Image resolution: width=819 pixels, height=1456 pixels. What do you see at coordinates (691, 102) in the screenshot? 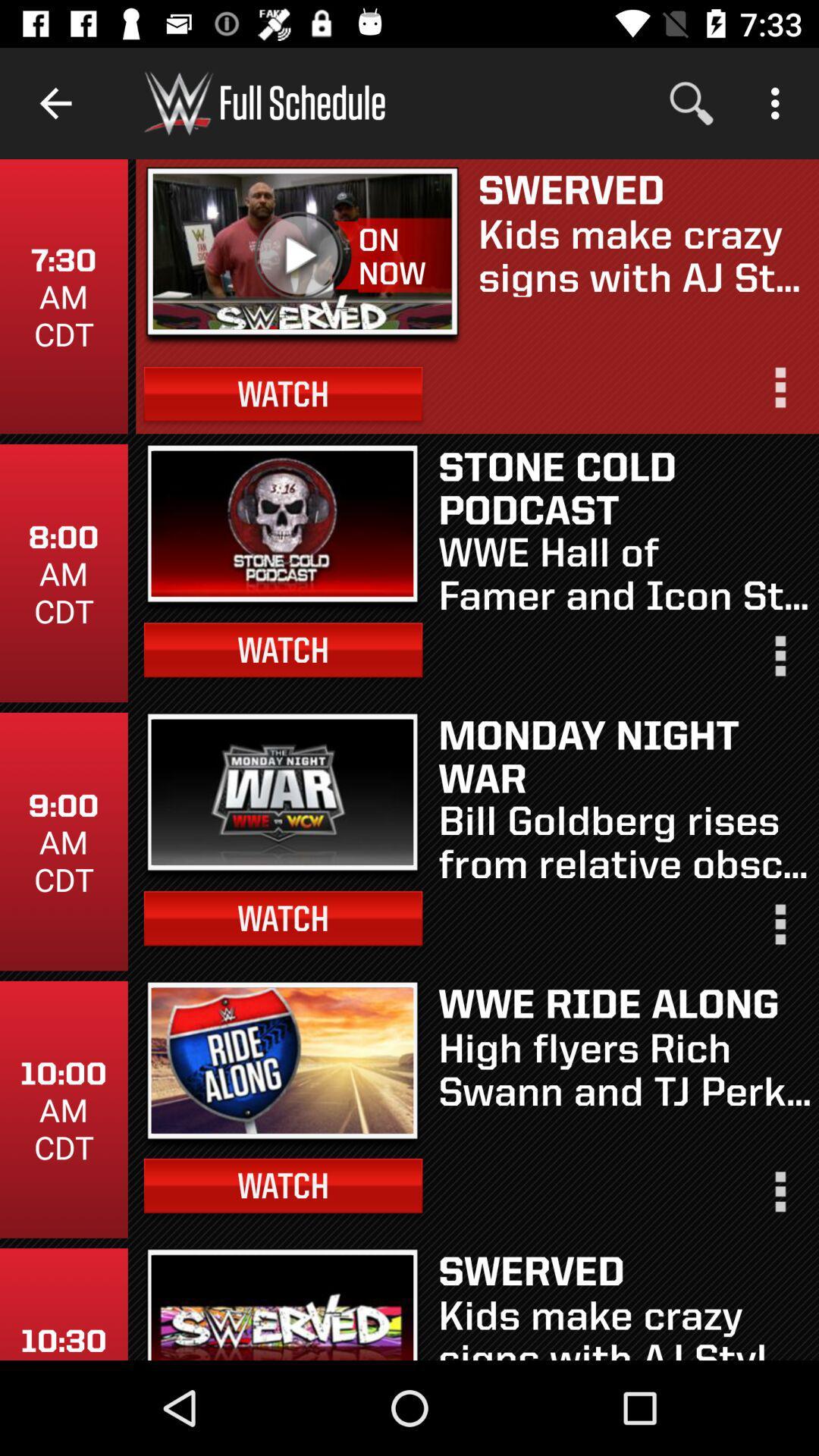
I see `the item above the swerved icon` at bounding box center [691, 102].